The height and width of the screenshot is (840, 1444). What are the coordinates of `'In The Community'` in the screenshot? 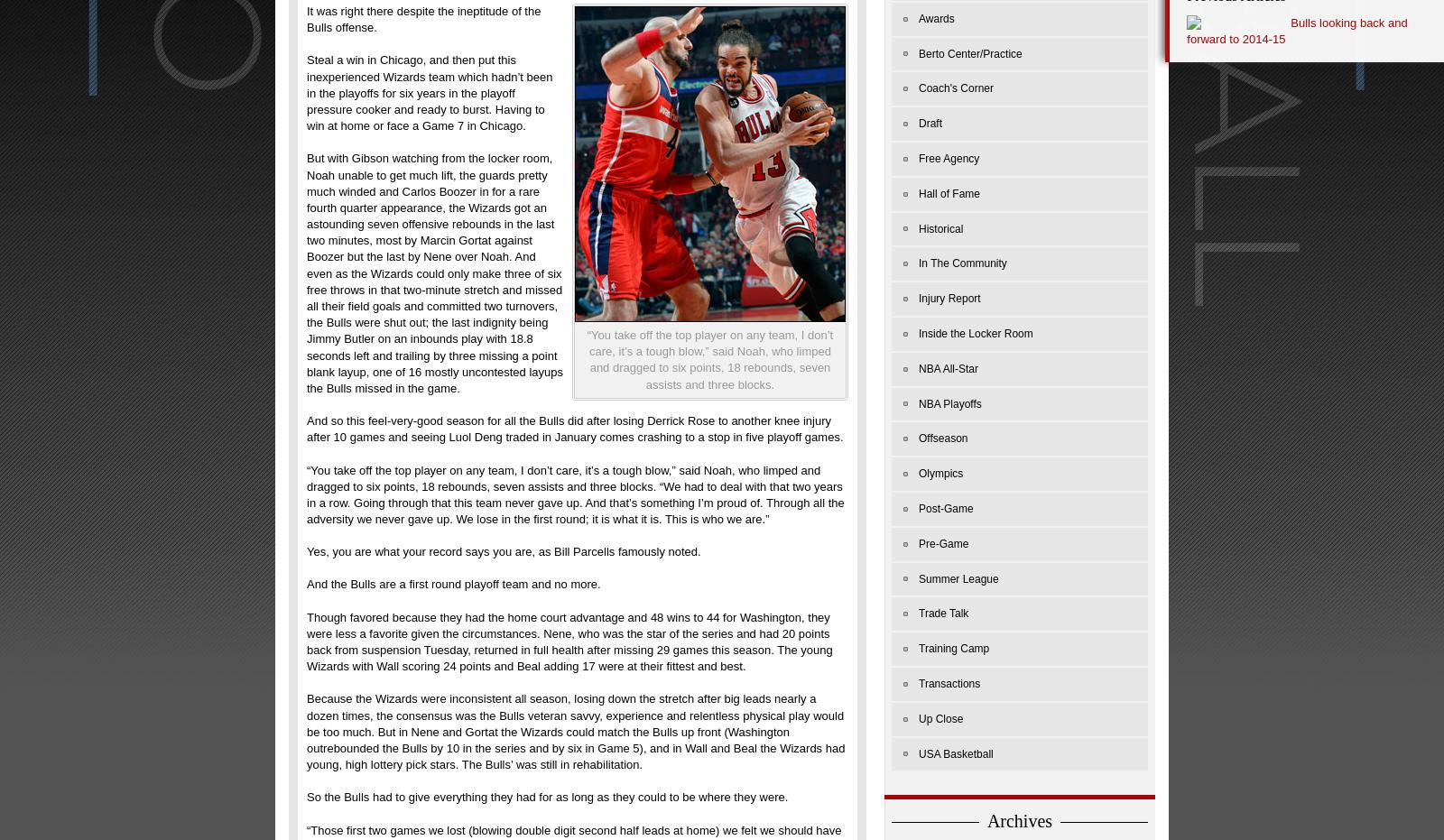 It's located at (962, 262).